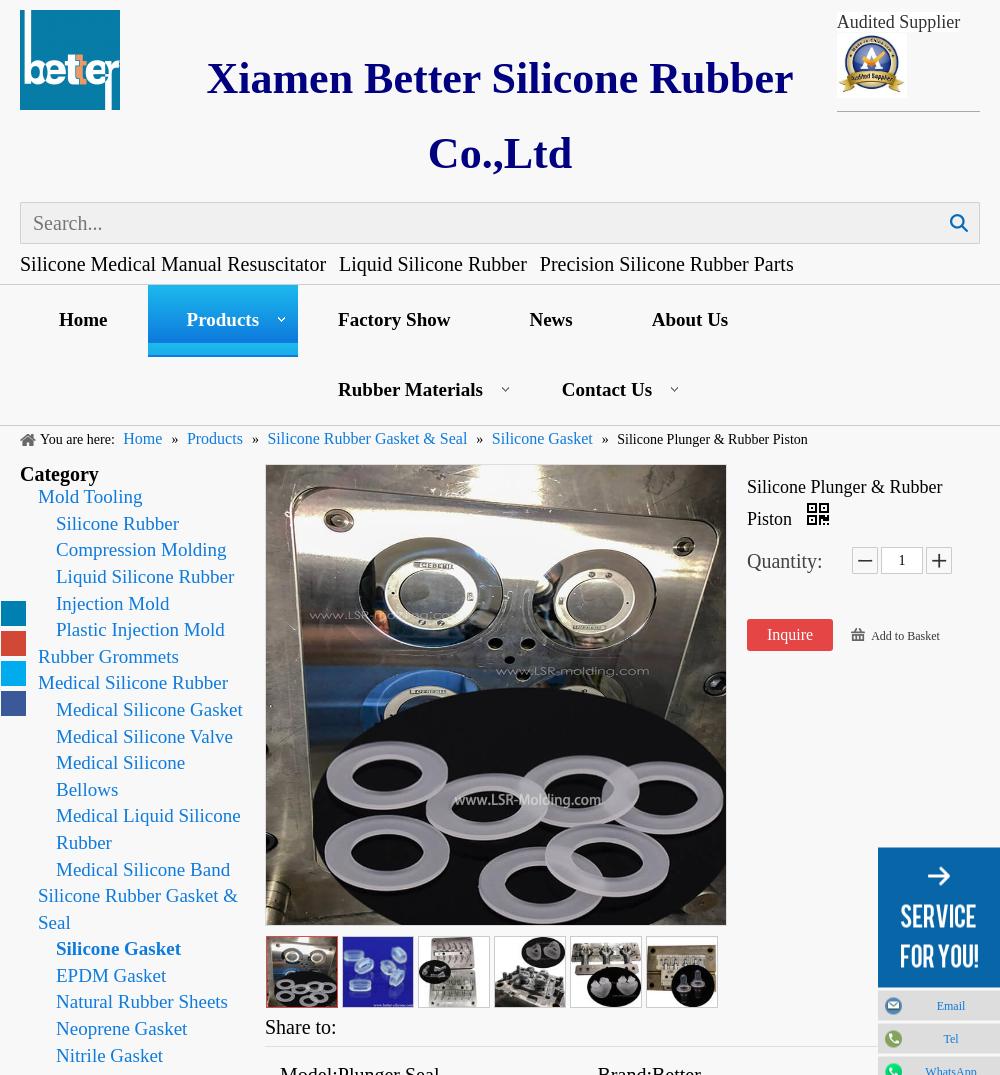 The width and height of the screenshot is (1000, 1075). I want to click on 'Mold Tooling', so click(38, 495).